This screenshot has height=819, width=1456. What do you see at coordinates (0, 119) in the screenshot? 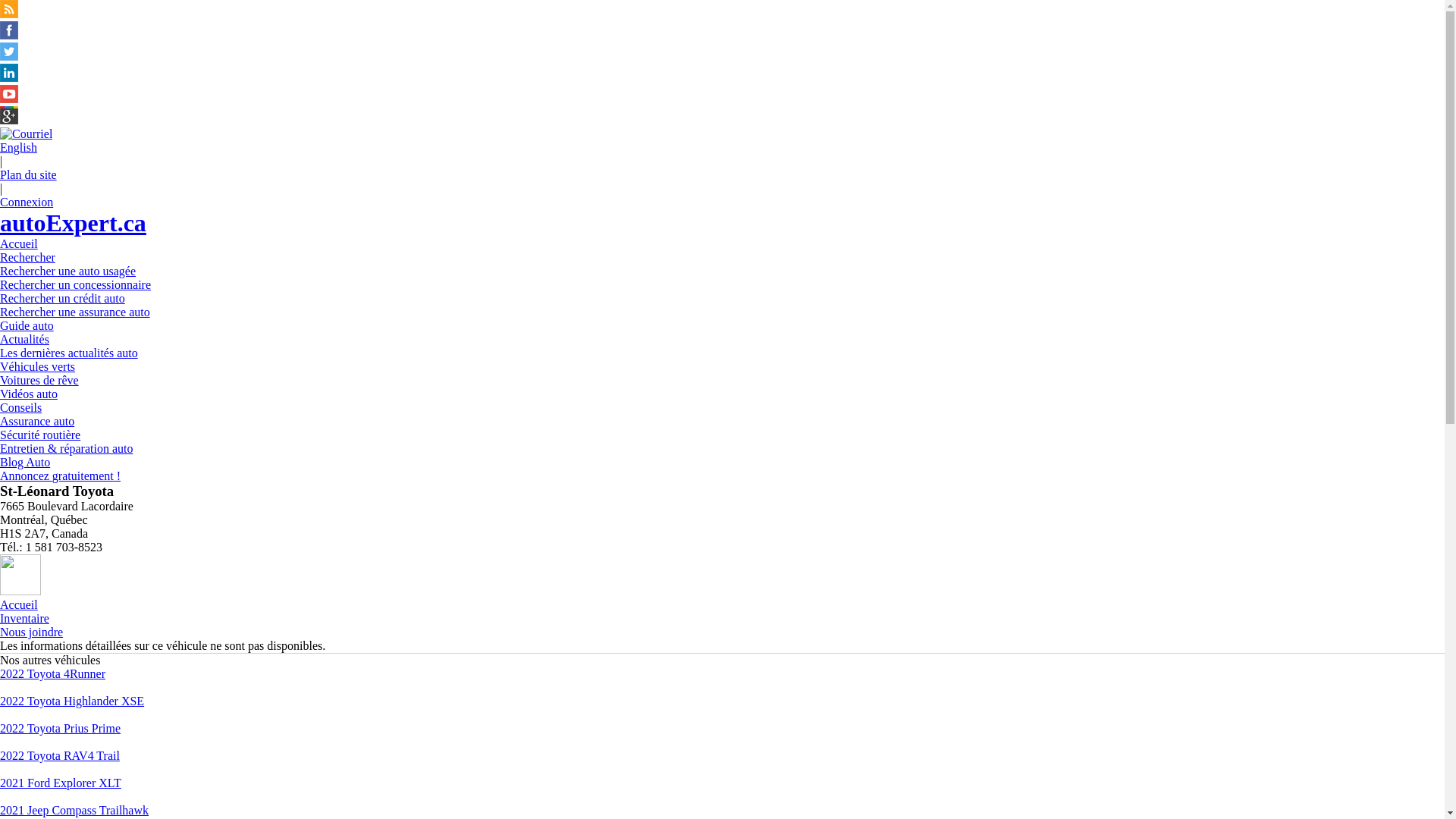
I see `'Suivez autoExpert.ca sur Google Plus'` at bounding box center [0, 119].